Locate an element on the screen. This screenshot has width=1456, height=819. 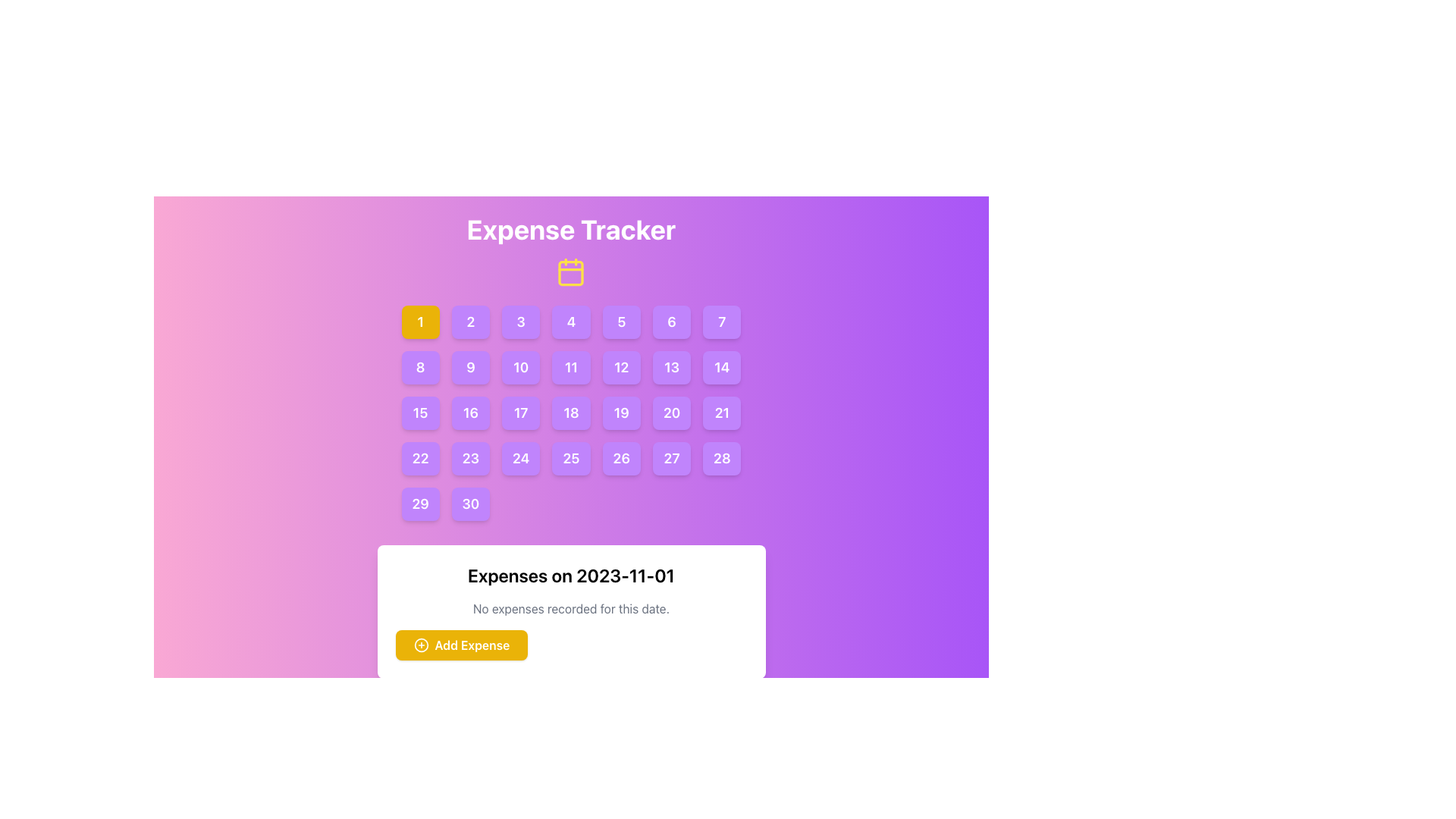
the rectangular button with rounded corners that has a purple background and the number '13' in white text to change its color to yellow is located at coordinates (671, 368).